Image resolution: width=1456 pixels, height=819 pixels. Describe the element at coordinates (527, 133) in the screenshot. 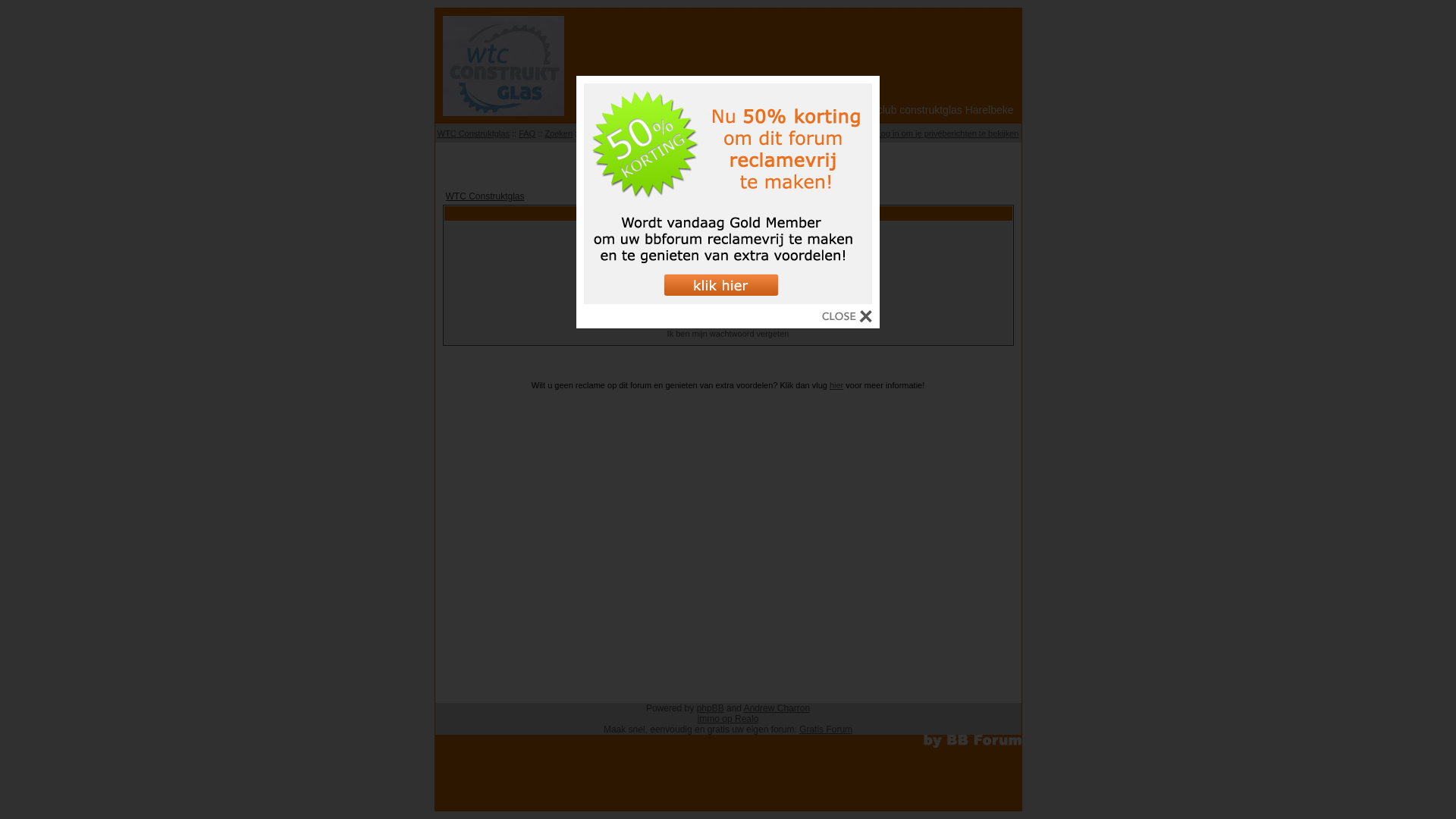

I see `'FAQ'` at that location.